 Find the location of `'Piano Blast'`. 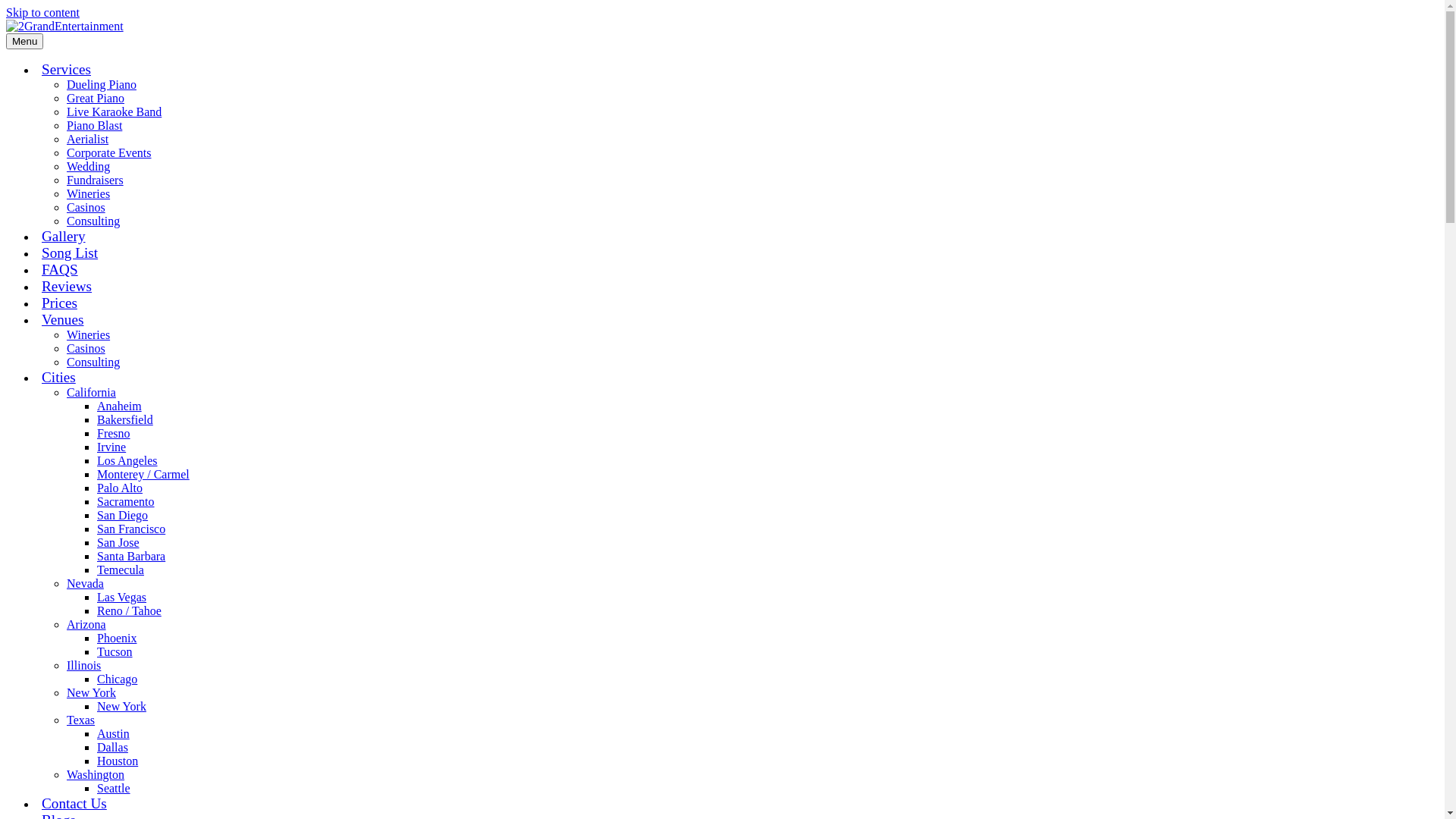

'Piano Blast' is located at coordinates (65, 124).